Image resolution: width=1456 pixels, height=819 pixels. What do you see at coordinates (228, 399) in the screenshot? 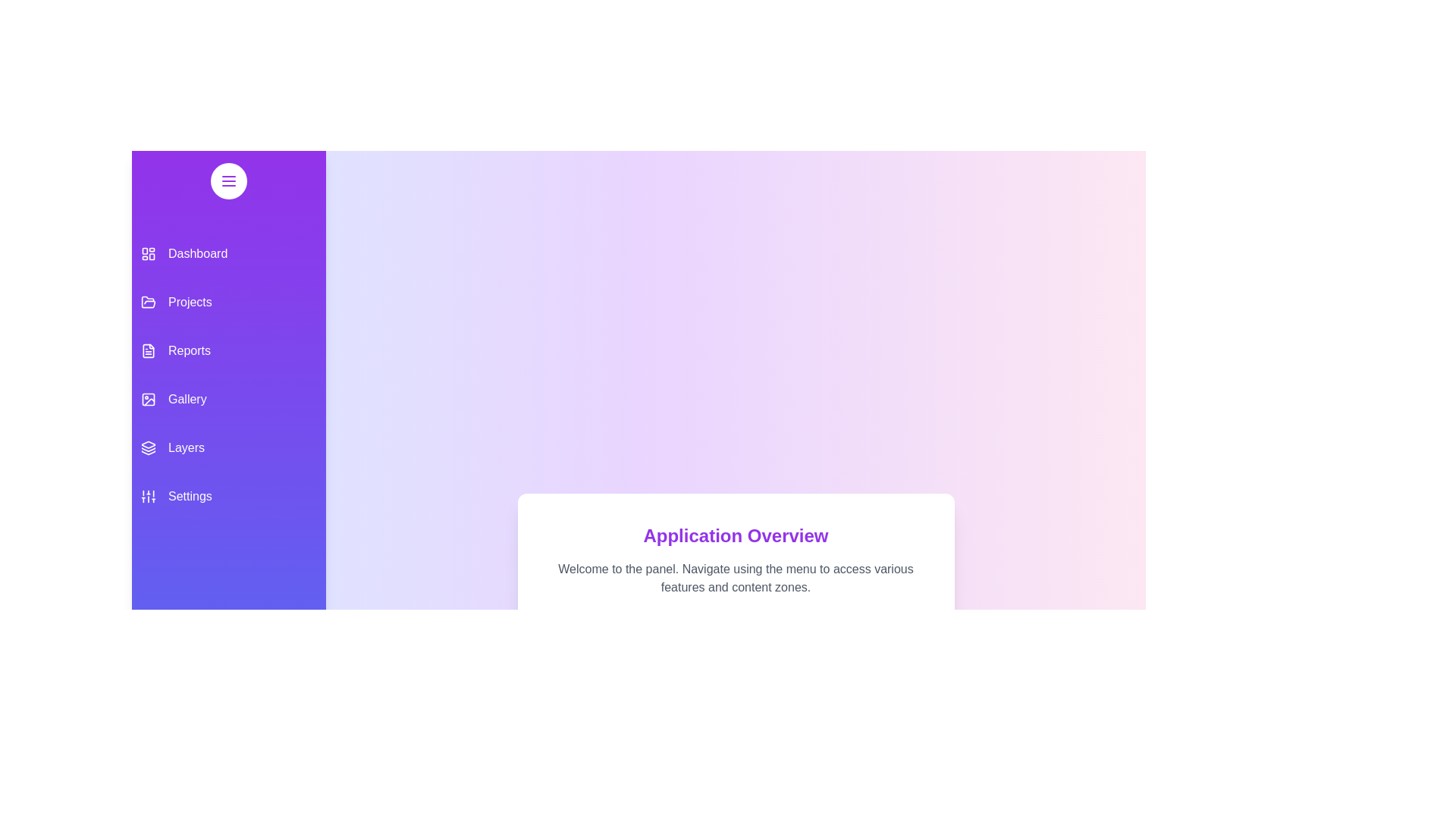
I see `the menu item Gallery from the drawer to navigate to its respective section` at bounding box center [228, 399].